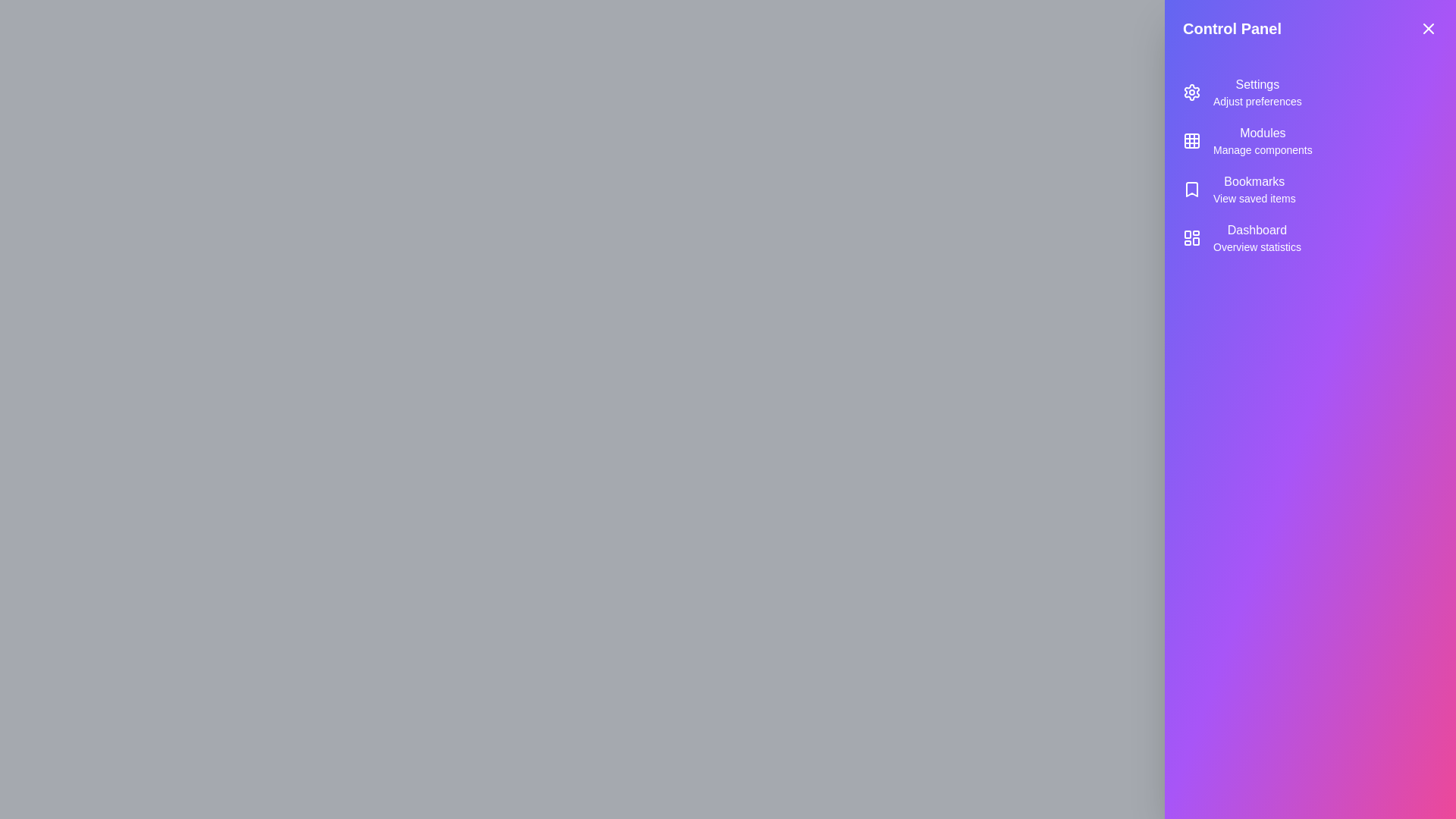 The height and width of the screenshot is (819, 1456). I want to click on the text label reading 'Overview statistics', which is positioned directly beneath the 'Dashboard' label in the sidebar panel, so click(1257, 246).